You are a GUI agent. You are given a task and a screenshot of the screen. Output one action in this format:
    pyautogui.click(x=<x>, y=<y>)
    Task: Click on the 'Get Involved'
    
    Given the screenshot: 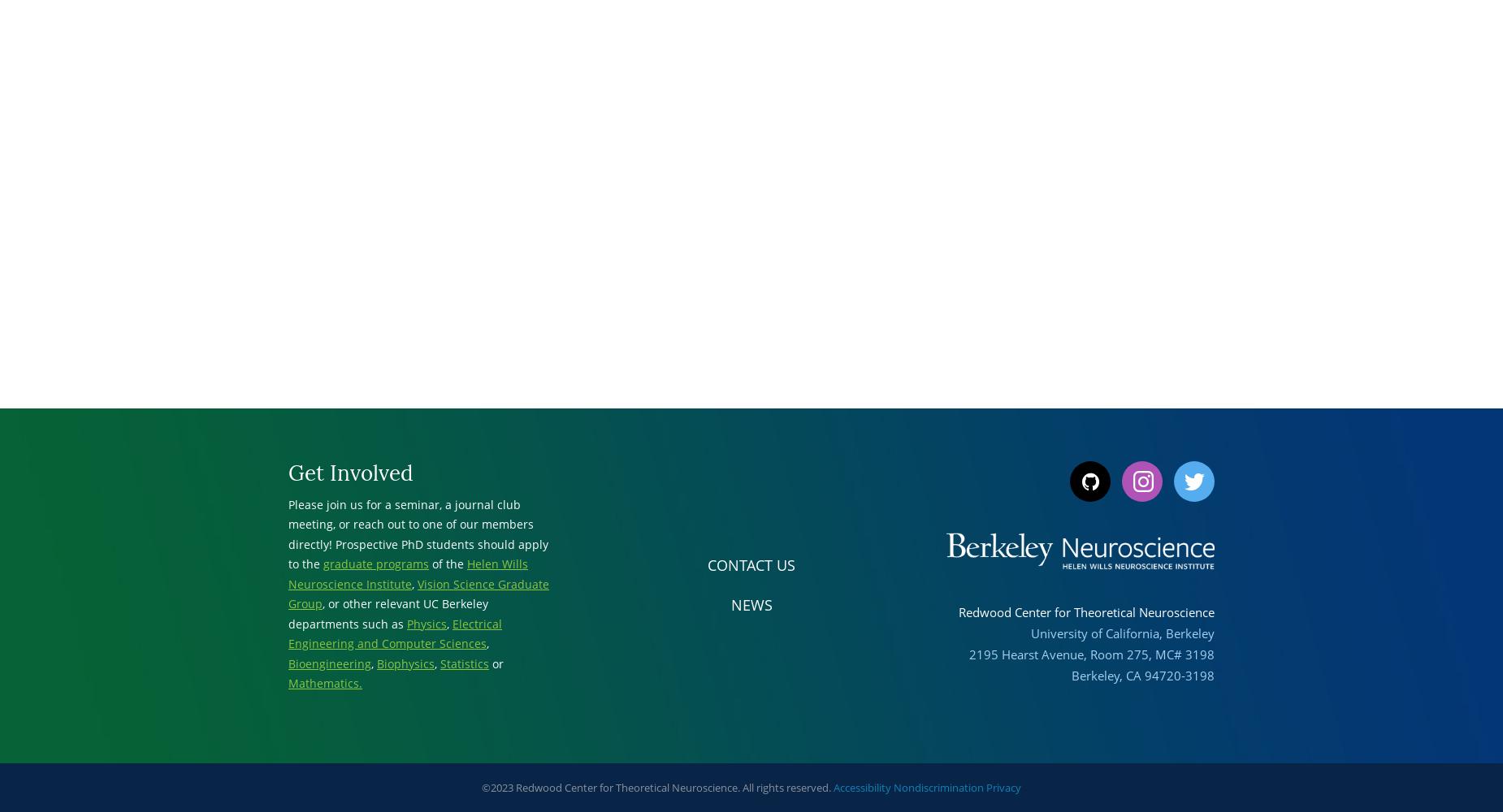 What is the action you would take?
    pyautogui.click(x=349, y=473)
    